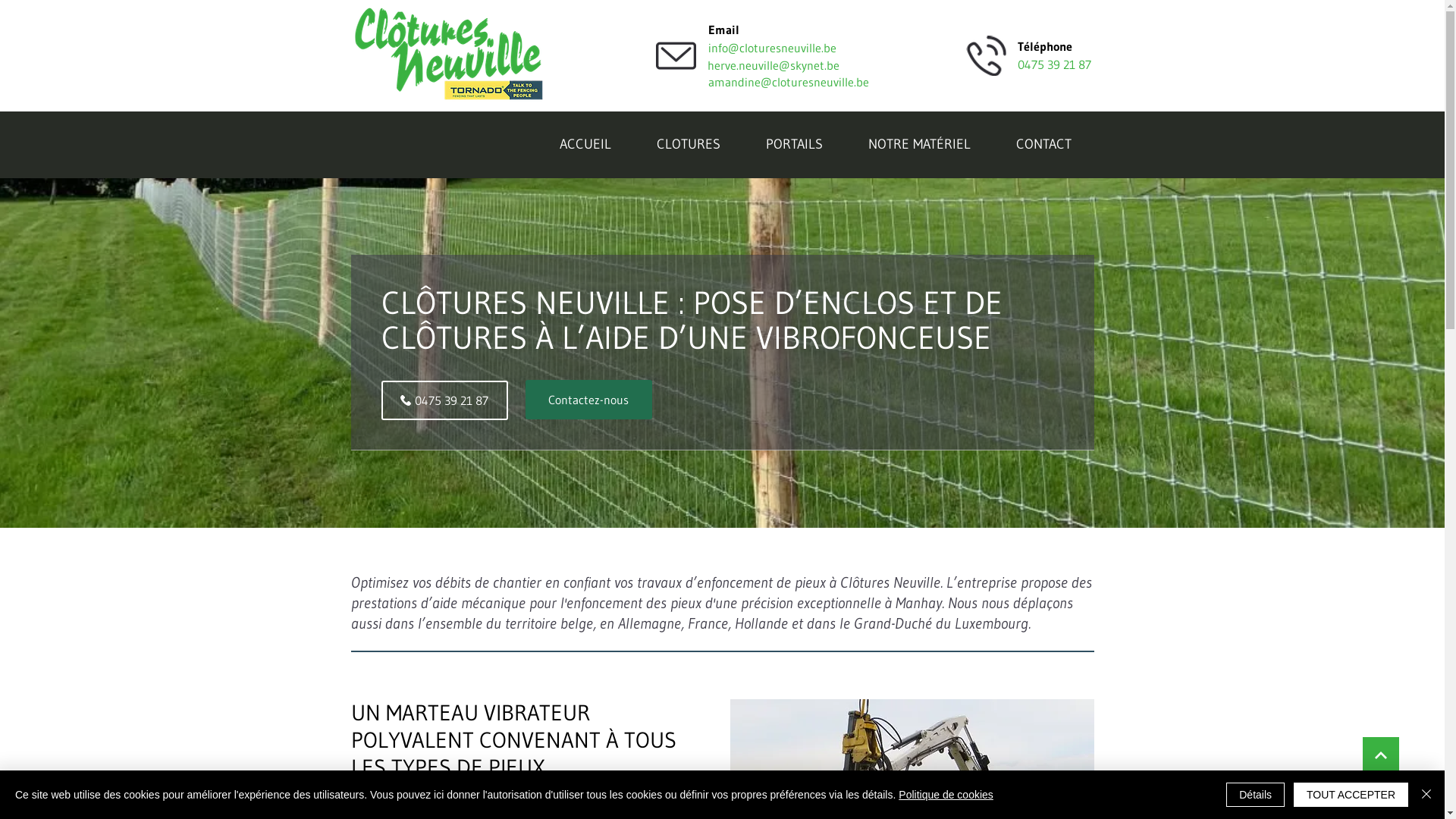 The height and width of the screenshot is (819, 1456). What do you see at coordinates (1292, 794) in the screenshot?
I see `'TOUT ACCEPTER'` at bounding box center [1292, 794].